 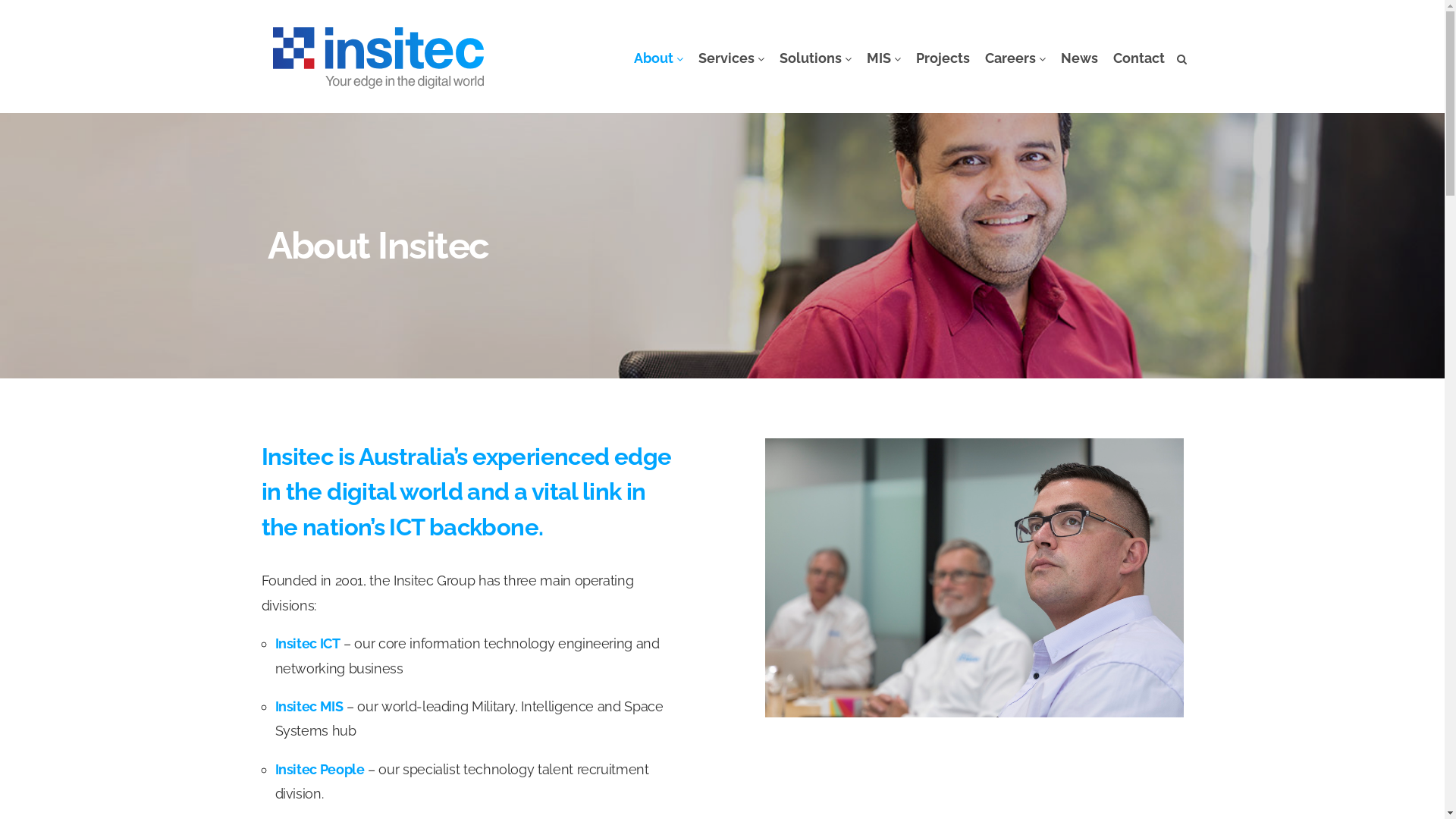 What do you see at coordinates (1139, 58) in the screenshot?
I see `'Contact'` at bounding box center [1139, 58].